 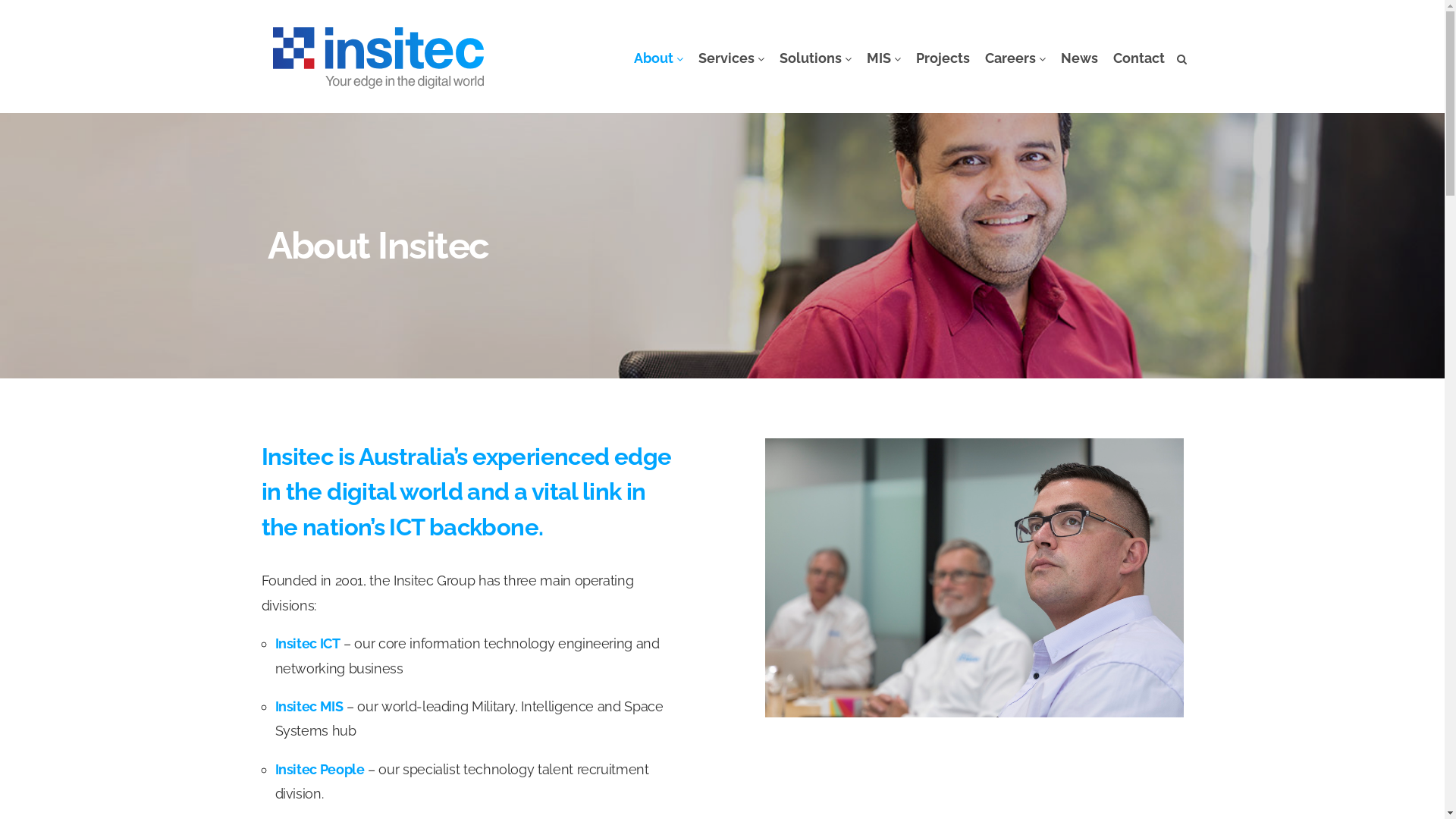 What do you see at coordinates (1139, 58) in the screenshot?
I see `'Contact'` at bounding box center [1139, 58].